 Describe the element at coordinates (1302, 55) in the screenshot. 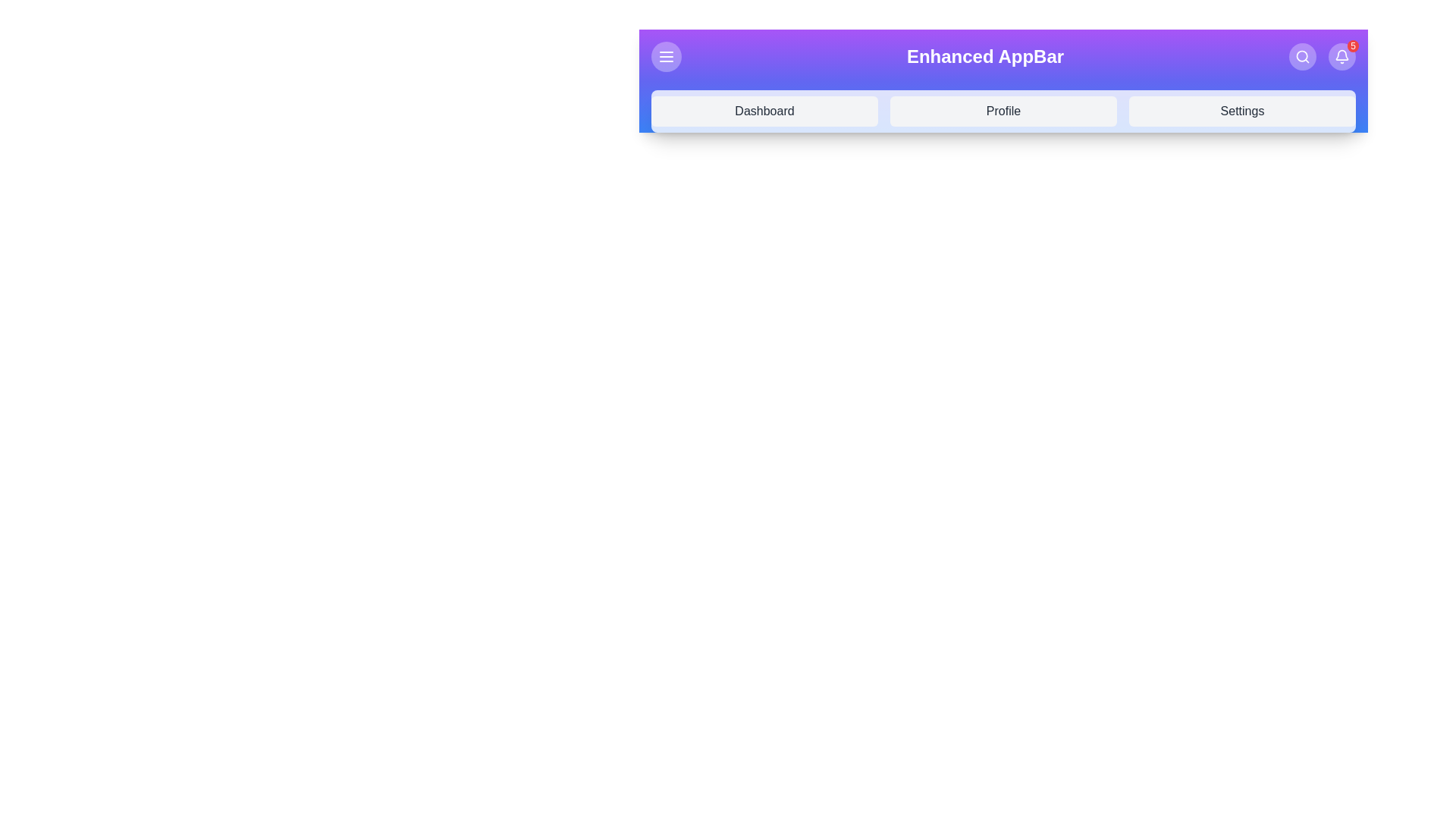

I see `the search button to initiate a search` at that location.